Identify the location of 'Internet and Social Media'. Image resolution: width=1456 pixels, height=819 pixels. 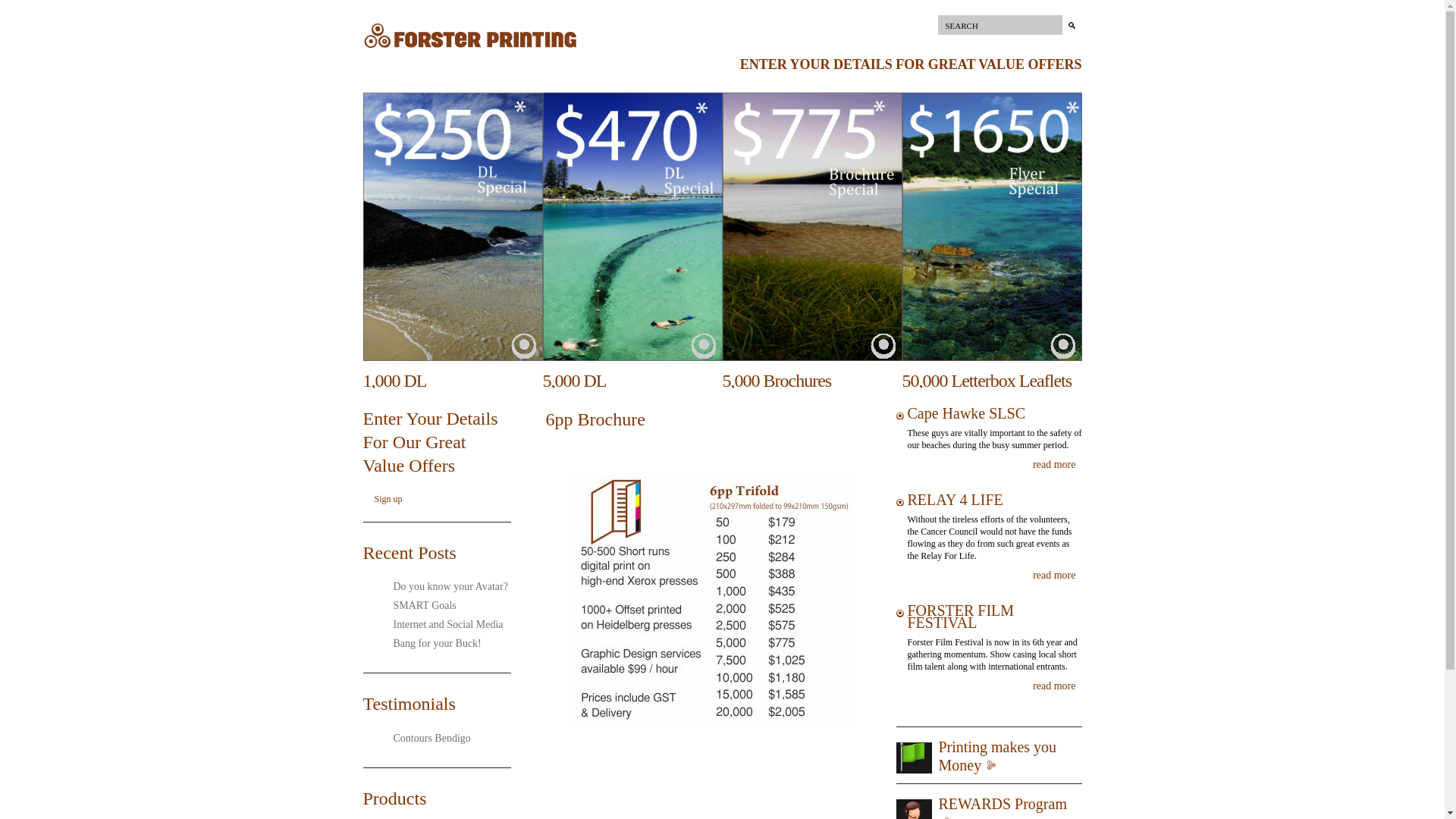
(441, 624).